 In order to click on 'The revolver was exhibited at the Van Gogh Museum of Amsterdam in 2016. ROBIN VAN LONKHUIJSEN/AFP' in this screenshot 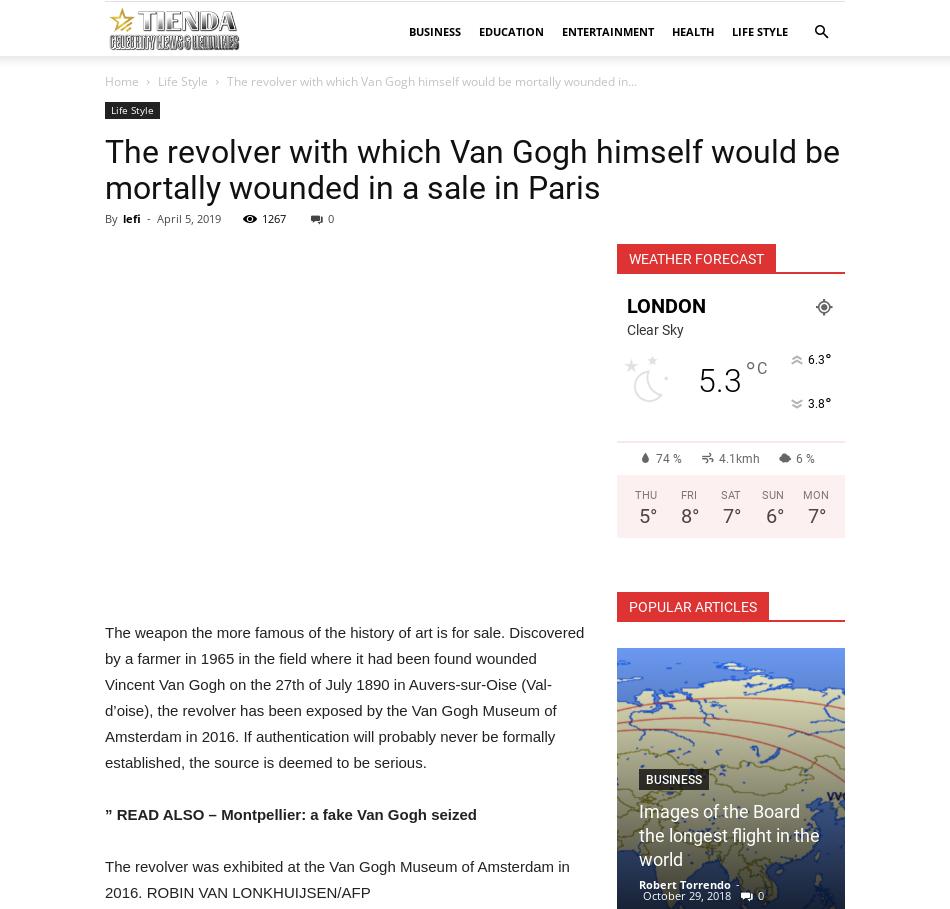, I will do `click(104, 879)`.